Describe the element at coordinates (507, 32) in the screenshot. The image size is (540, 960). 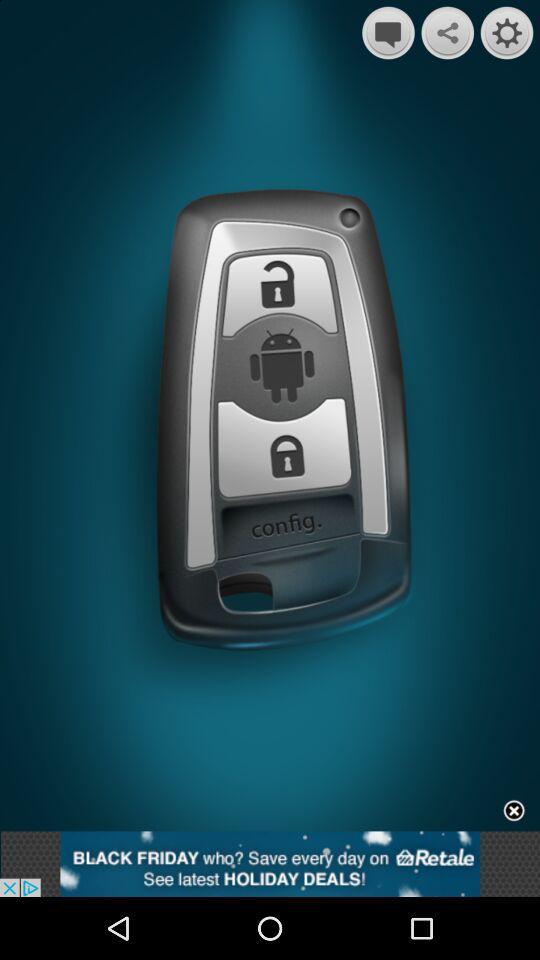
I see `settings option` at that location.